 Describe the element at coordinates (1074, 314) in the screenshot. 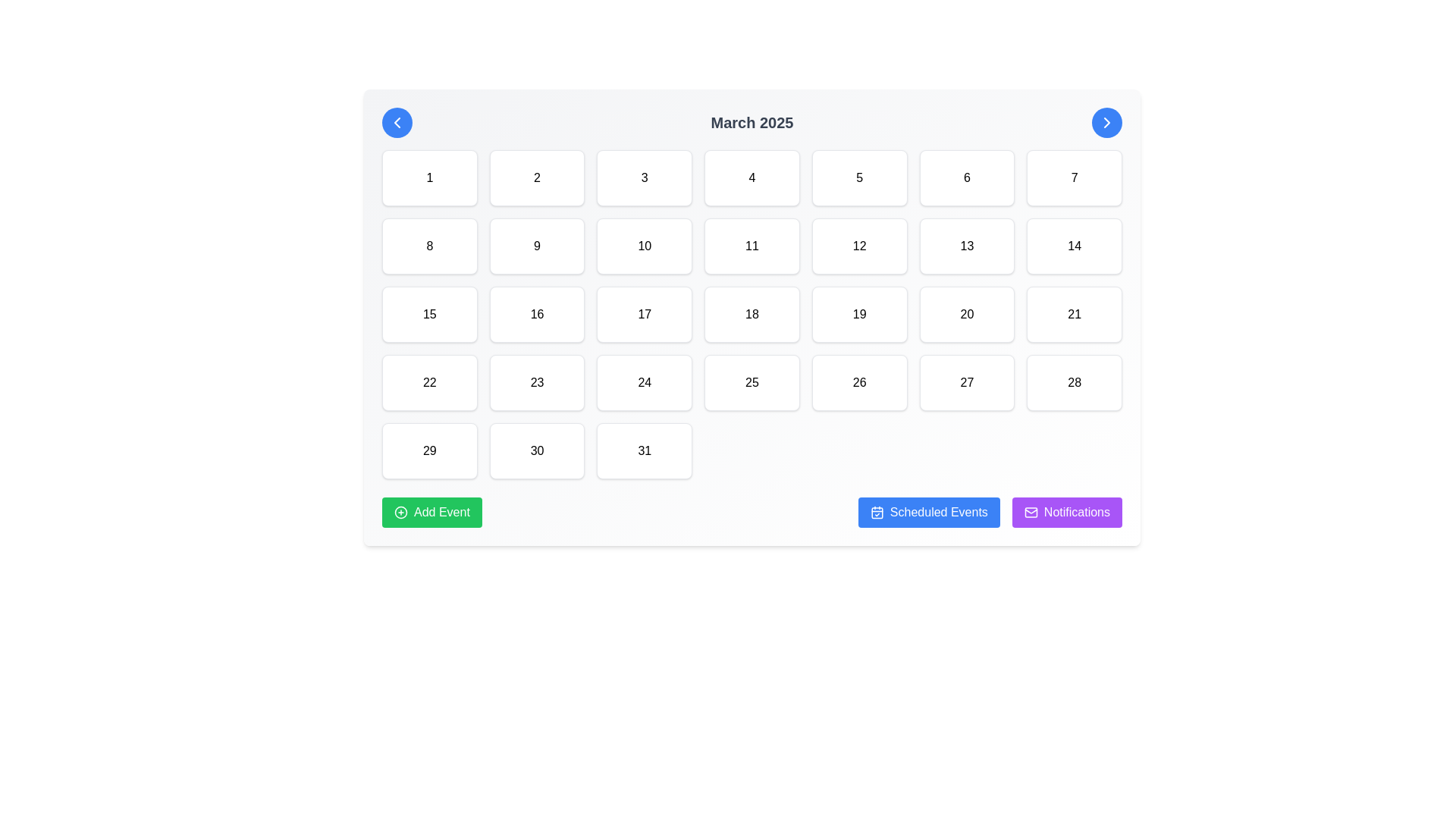

I see `the static display box showing the number '21' in bold, located in the third row and seventh column of the grid layout` at that location.